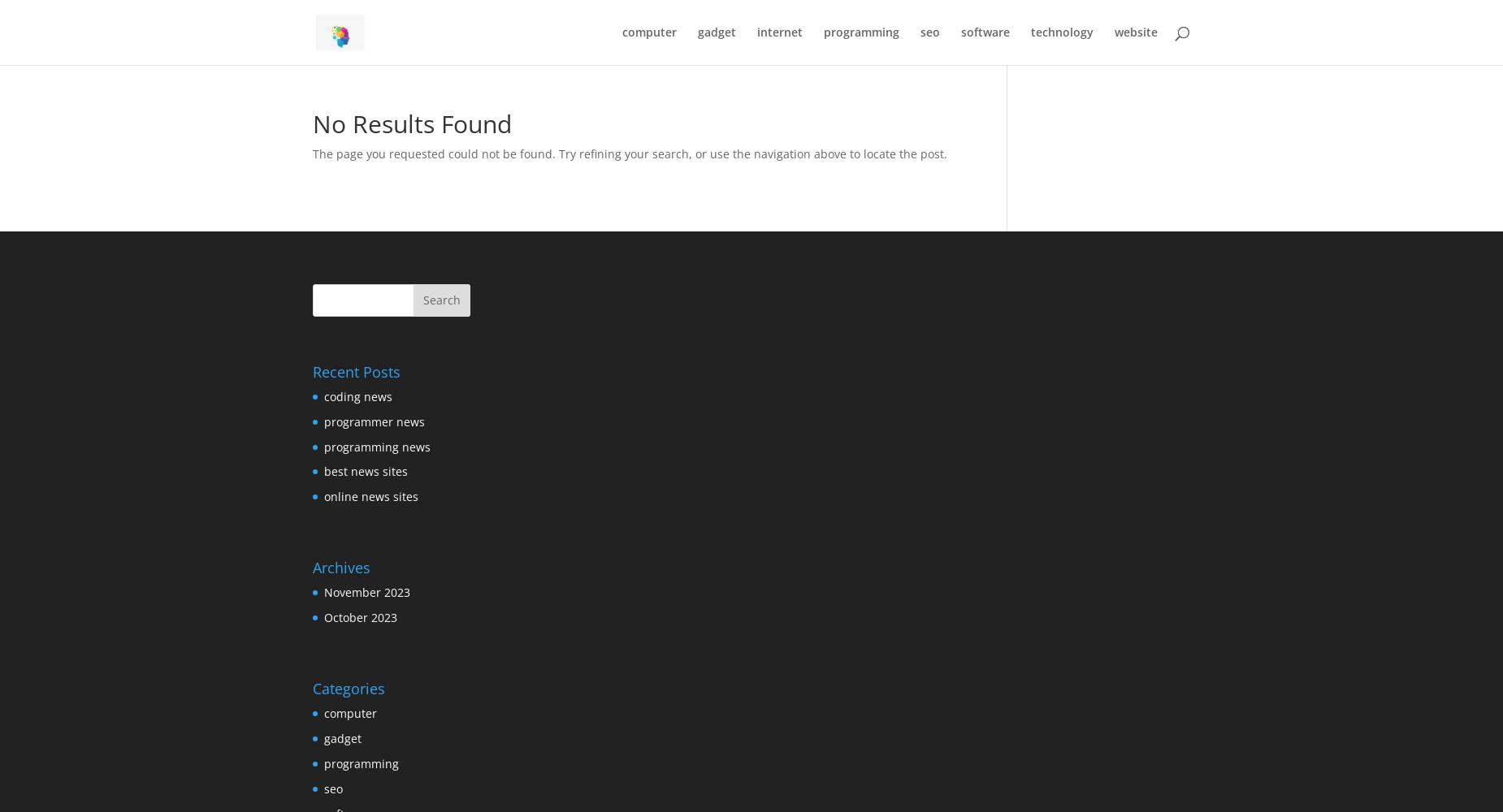 This screenshot has width=1503, height=812. What do you see at coordinates (366, 591) in the screenshot?
I see `'November 2023'` at bounding box center [366, 591].